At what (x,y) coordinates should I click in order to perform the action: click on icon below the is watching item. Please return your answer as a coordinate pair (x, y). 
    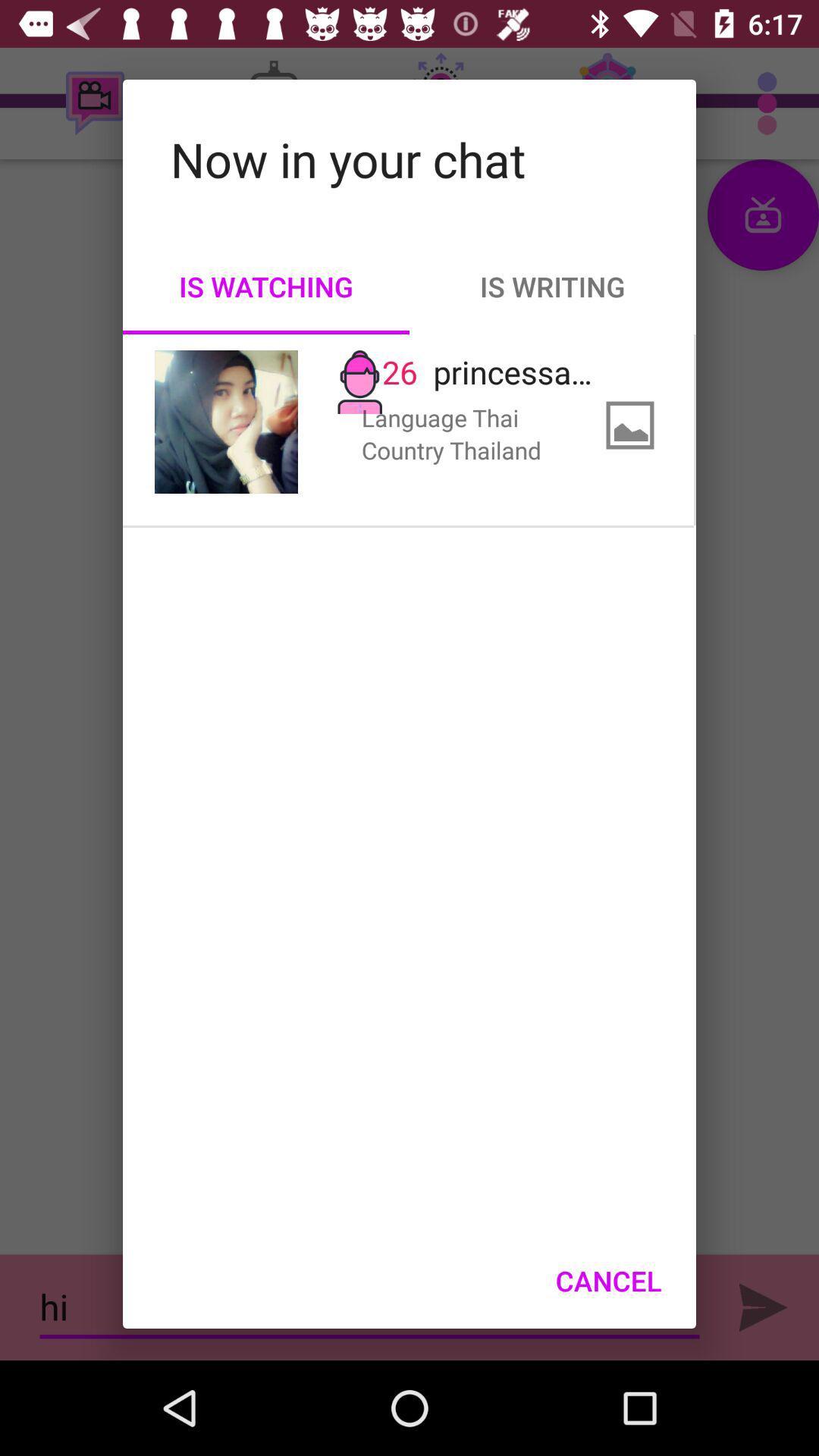
    Looking at the image, I should click on (226, 422).